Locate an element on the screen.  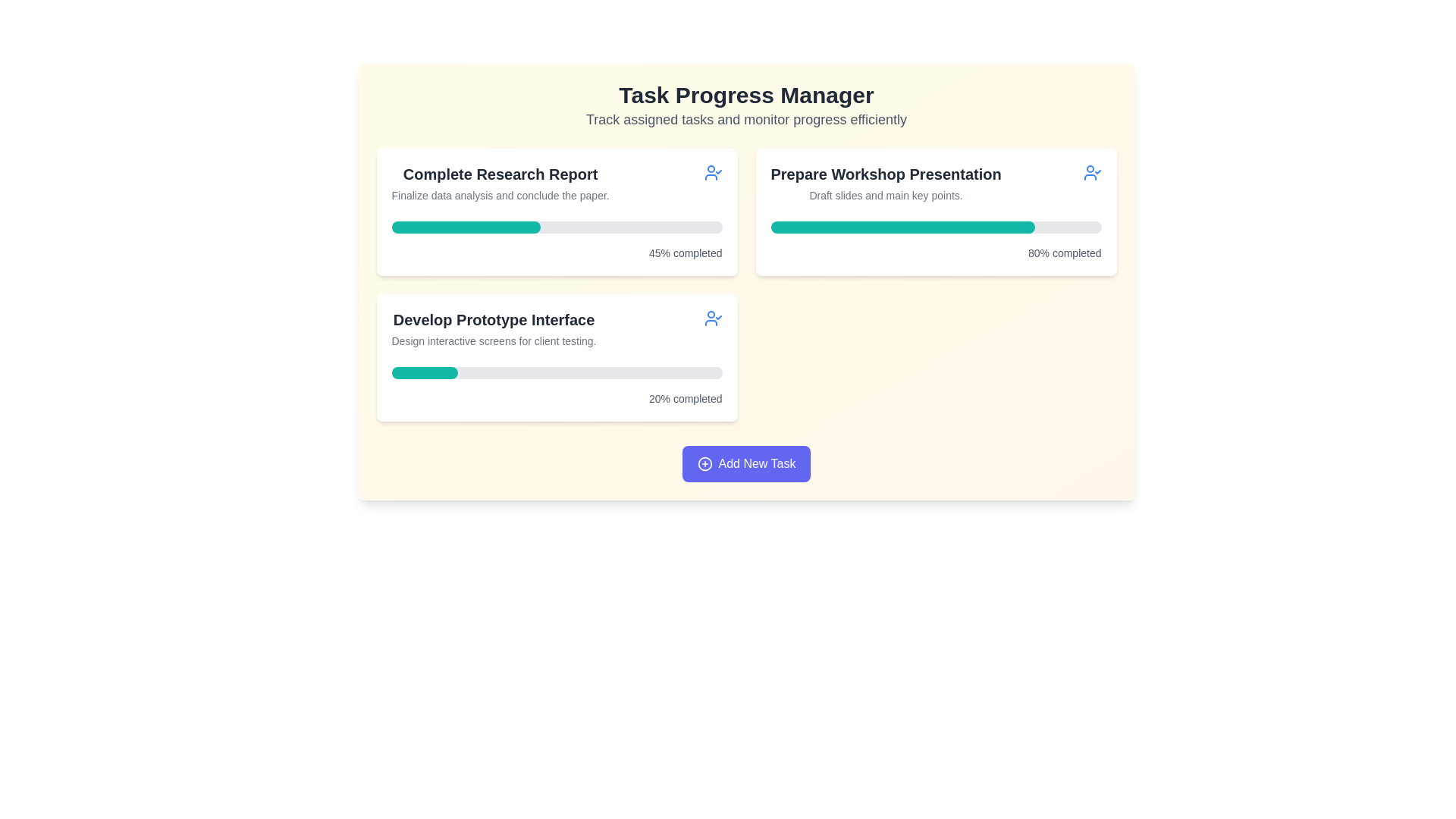
the text heading labeled 'Prepare Workshop Presentation', which is styled in bold and larger font, located in the upper-right quadrant of the interface is located at coordinates (886, 174).